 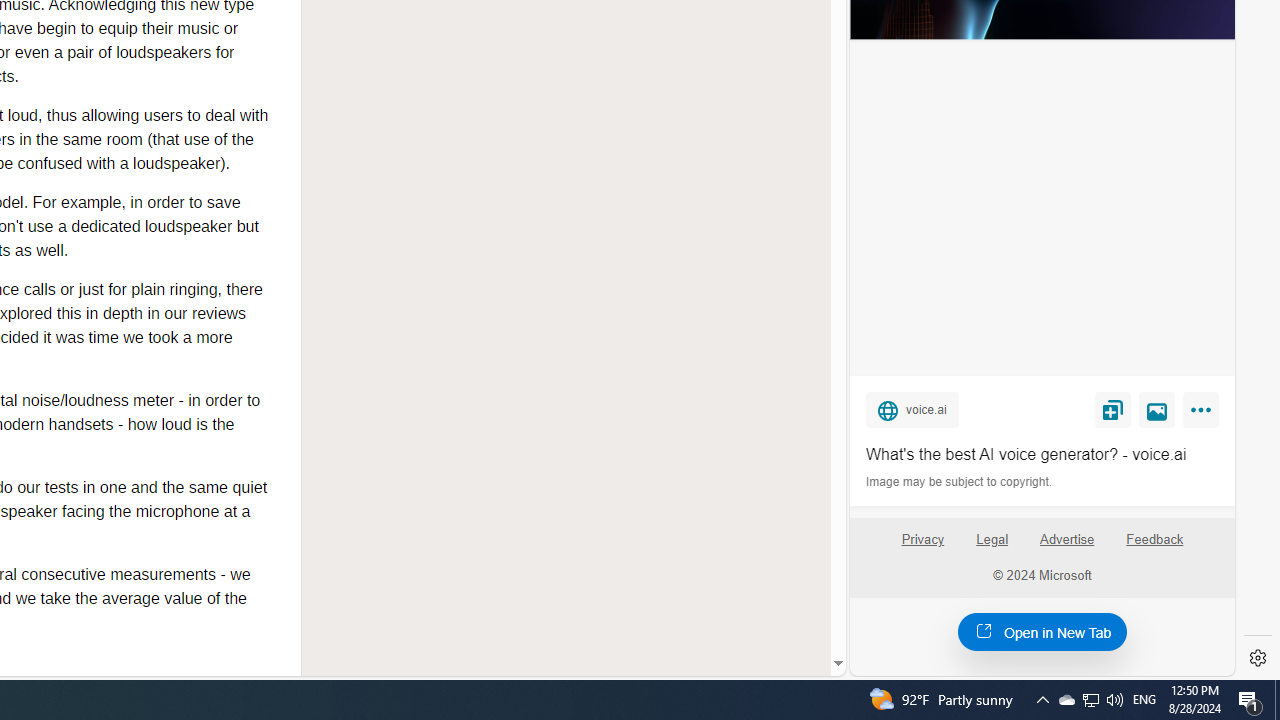 What do you see at coordinates (911, 408) in the screenshot?
I see `'voice.ai'` at bounding box center [911, 408].